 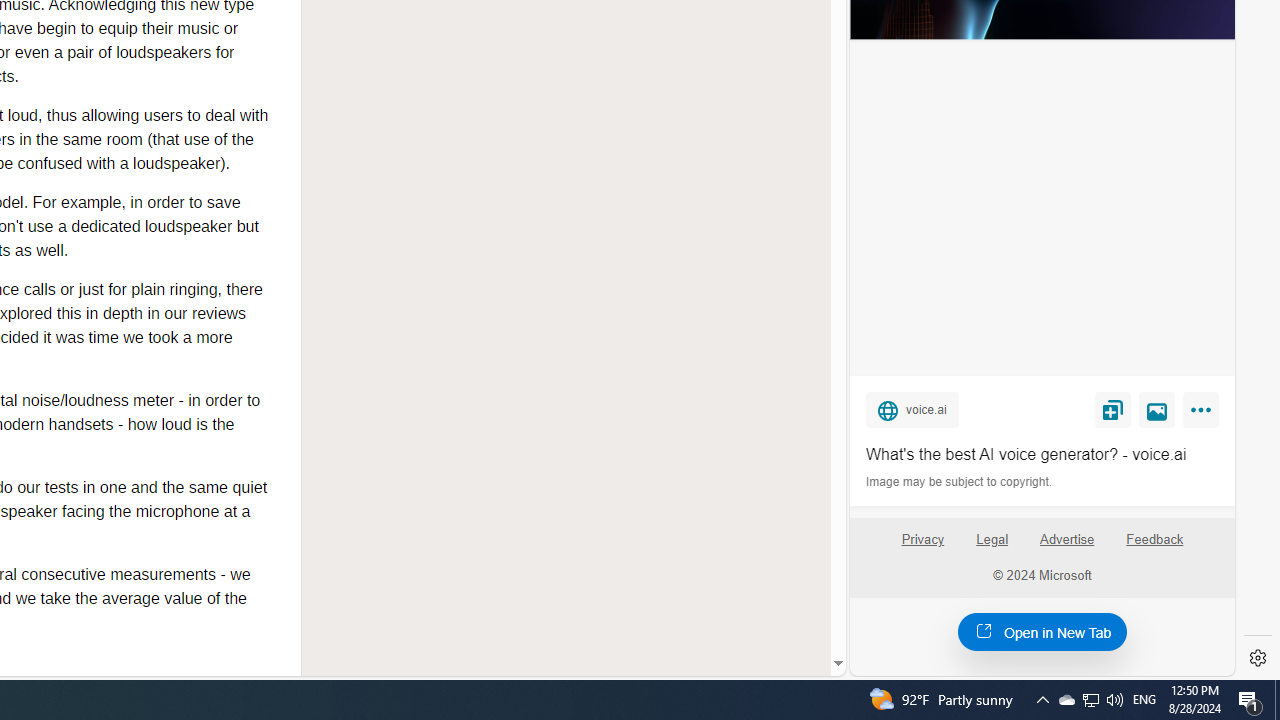 What do you see at coordinates (911, 408) in the screenshot?
I see `'voice.ai'` at bounding box center [911, 408].